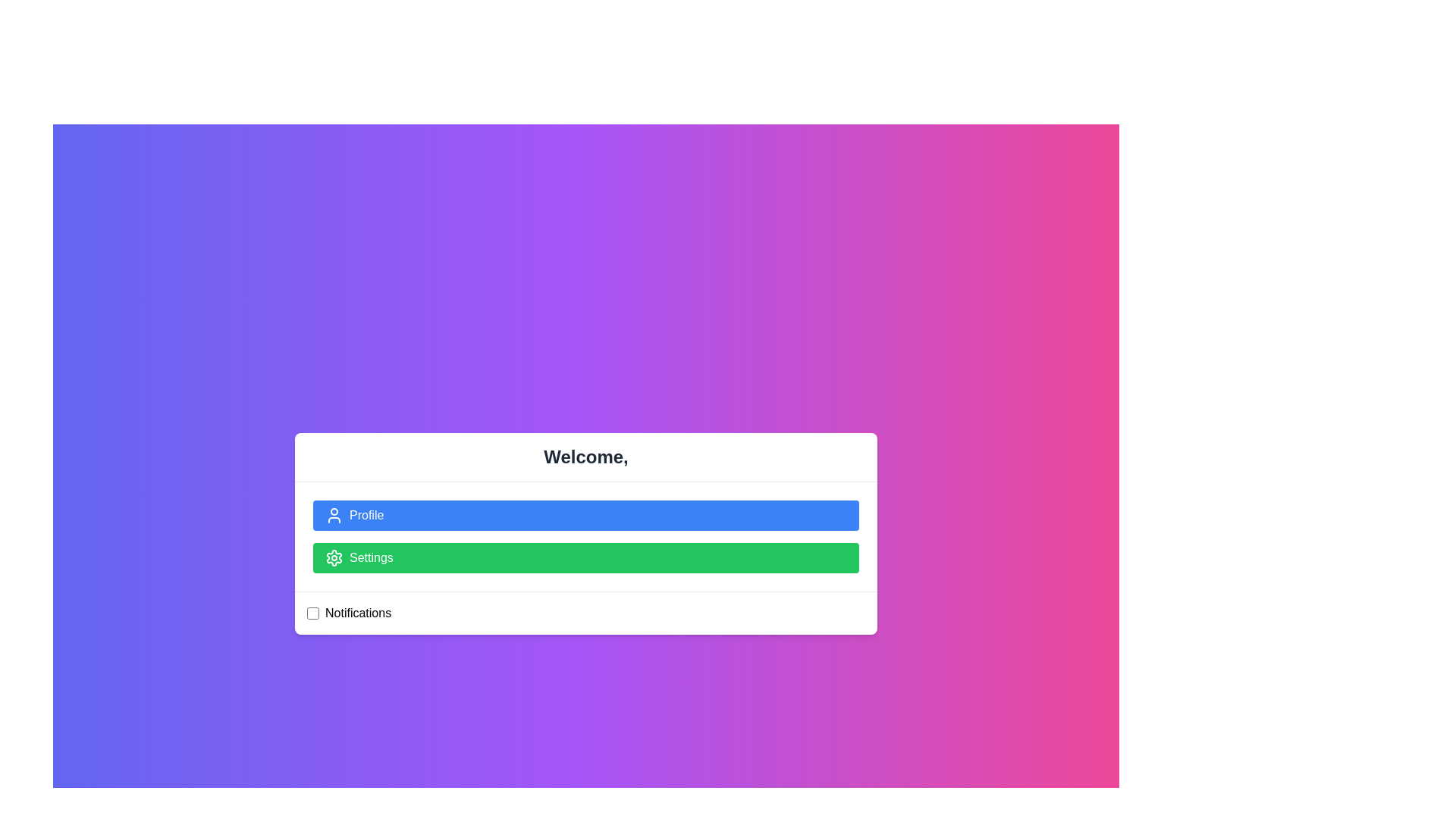 The image size is (1456, 819). Describe the element at coordinates (585, 558) in the screenshot. I see `the second button in the vertically stacked layout` at that location.